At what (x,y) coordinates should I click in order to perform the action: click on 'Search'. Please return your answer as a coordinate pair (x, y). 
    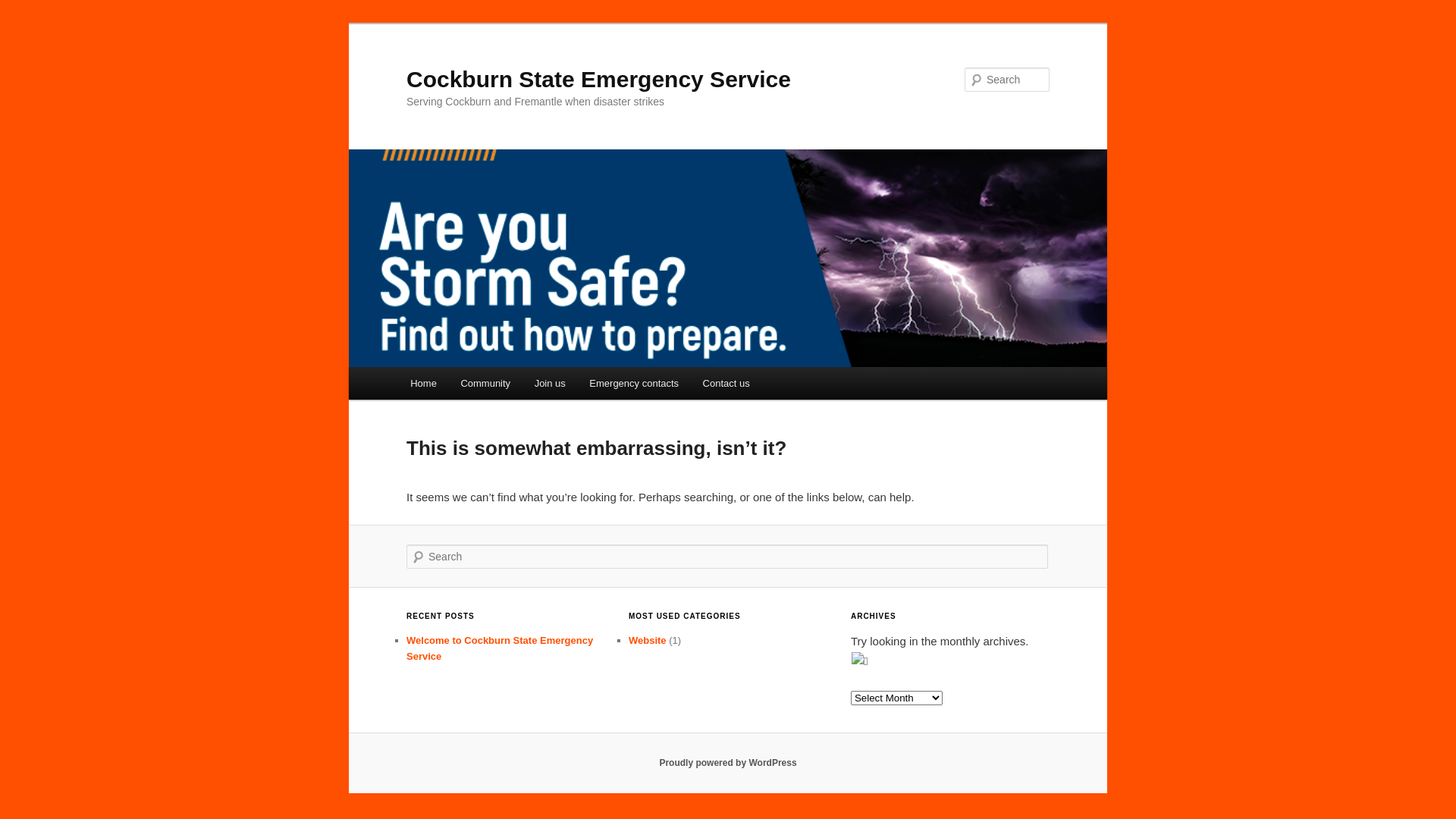
    Looking at the image, I should click on (0, 8).